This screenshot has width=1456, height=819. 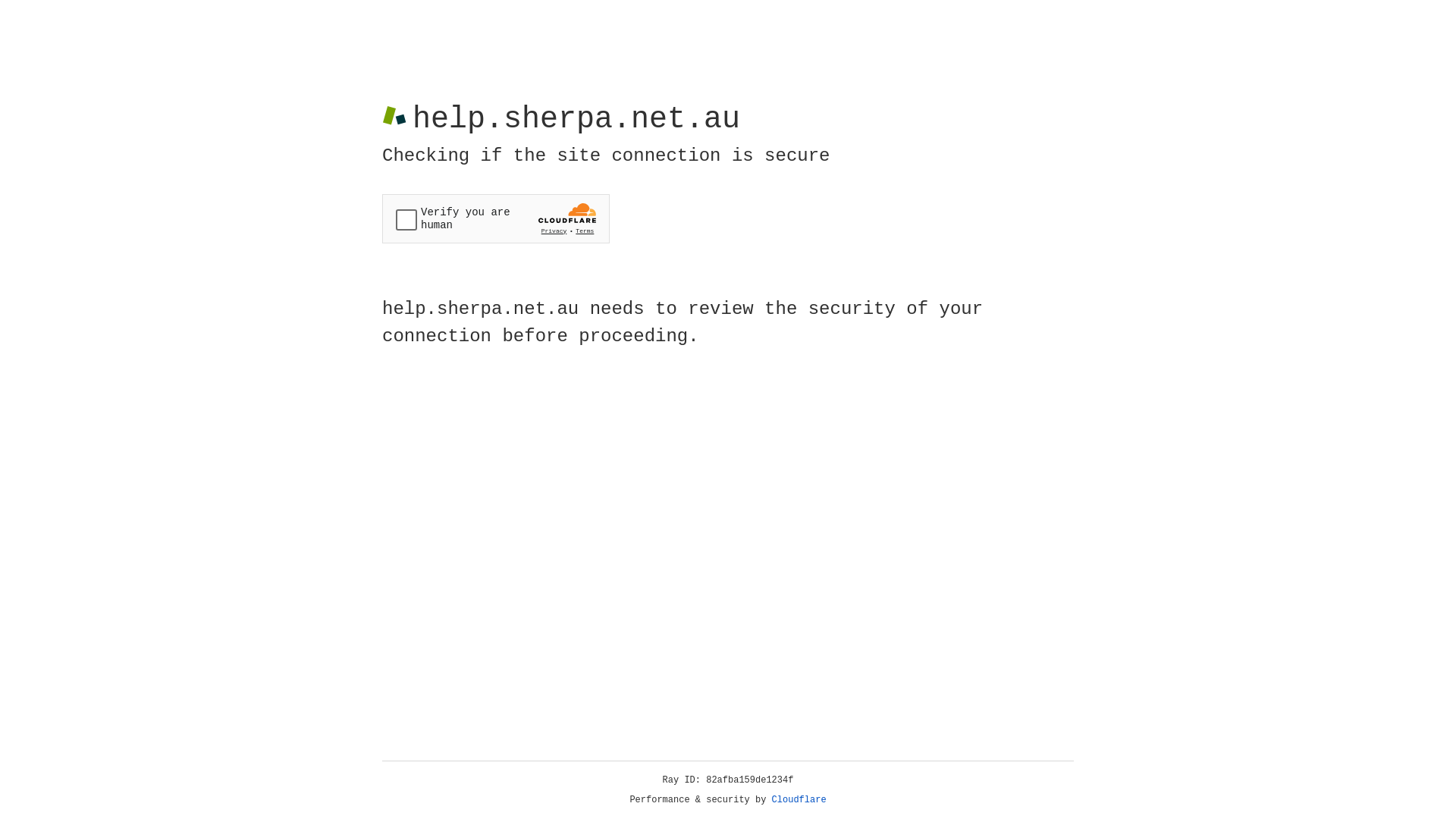 I want to click on 'Cloudflare', so click(x=799, y=799).